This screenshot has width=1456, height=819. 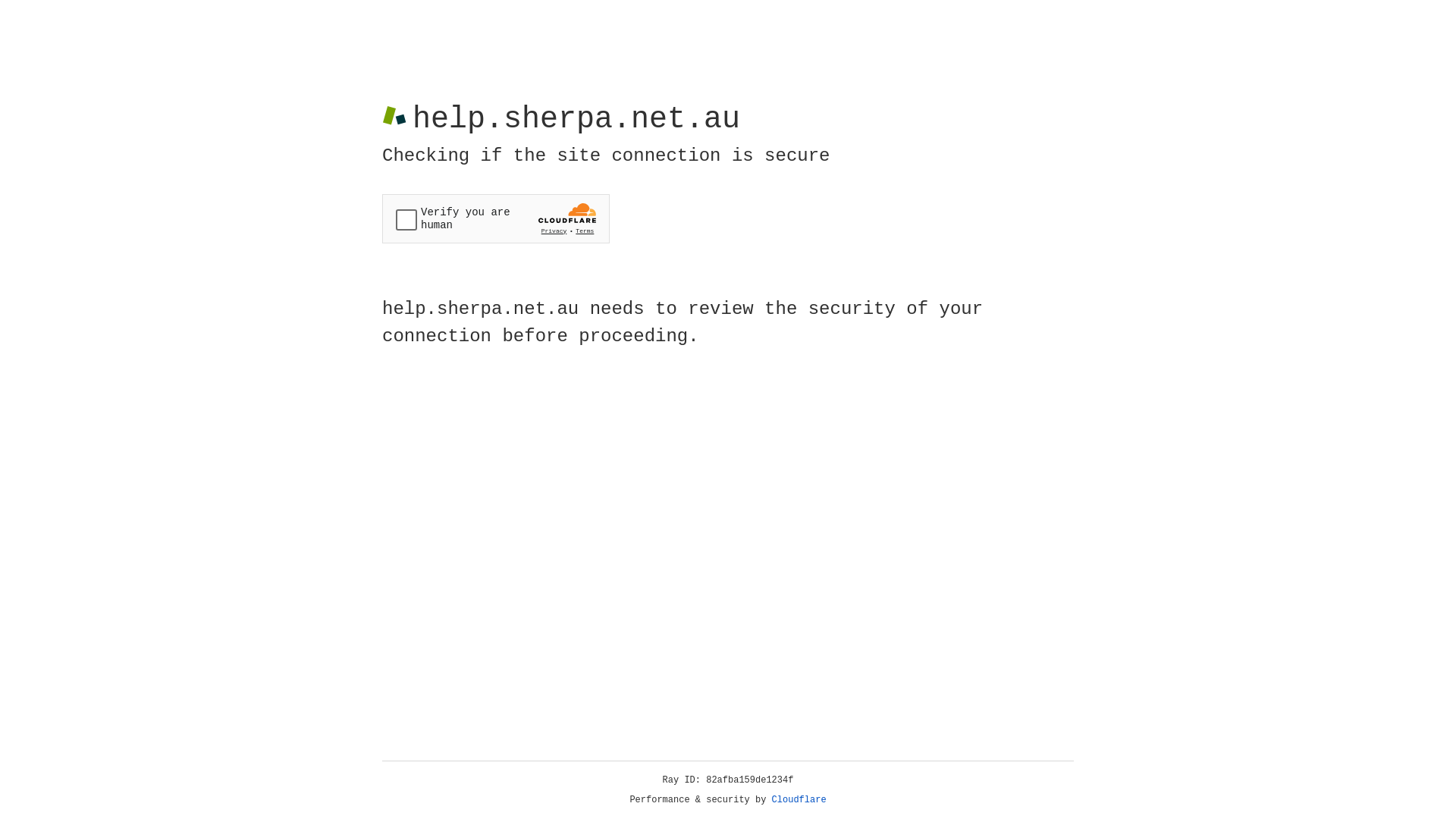 I want to click on 'Cloudflare', so click(x=799, y=799).